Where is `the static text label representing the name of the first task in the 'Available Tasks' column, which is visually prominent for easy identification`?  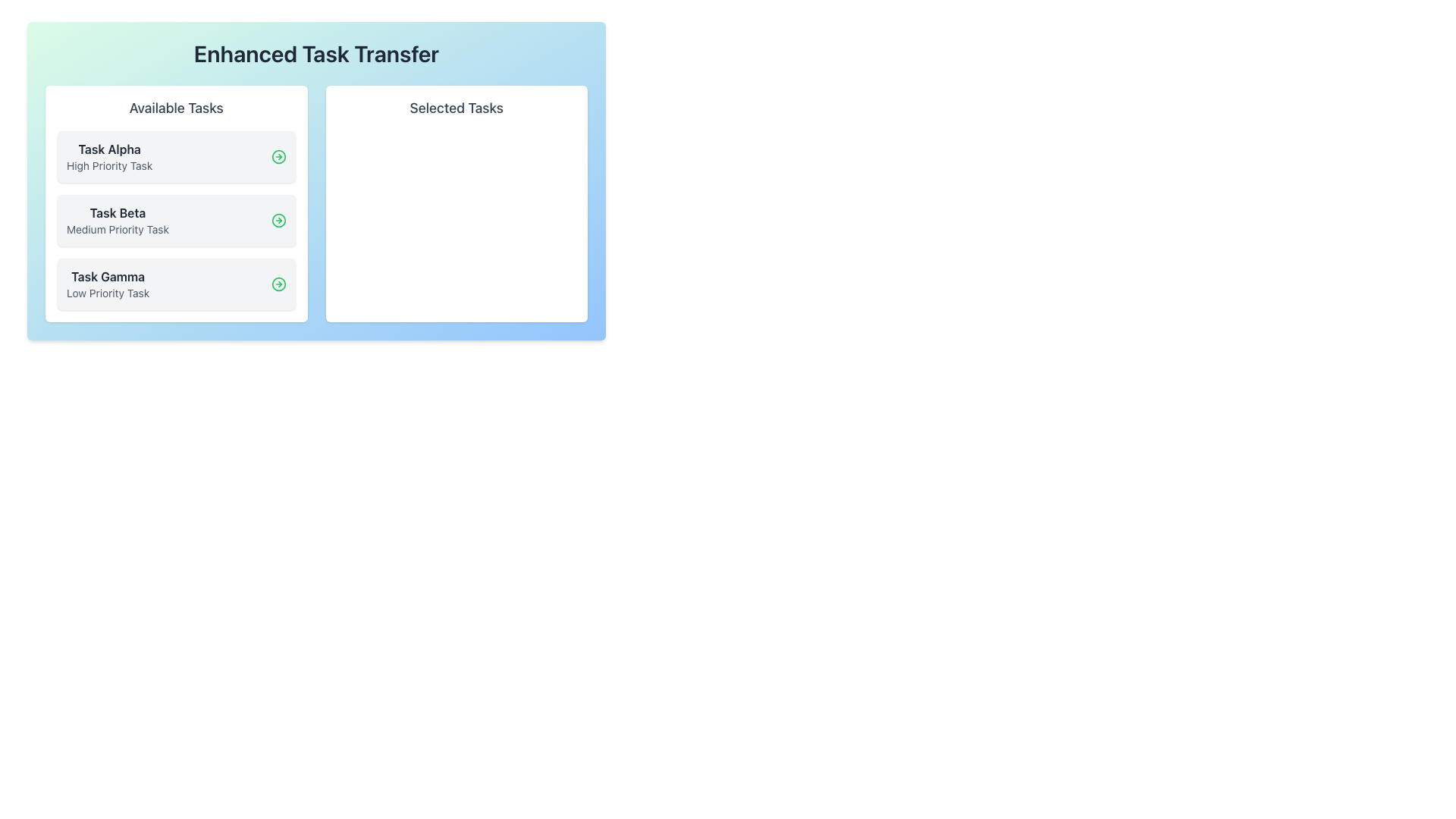
the static text label representing the name of the first task in the 'Available Tasks' column, which is visually prominent for easy identification is located at coordinates (108, 149).